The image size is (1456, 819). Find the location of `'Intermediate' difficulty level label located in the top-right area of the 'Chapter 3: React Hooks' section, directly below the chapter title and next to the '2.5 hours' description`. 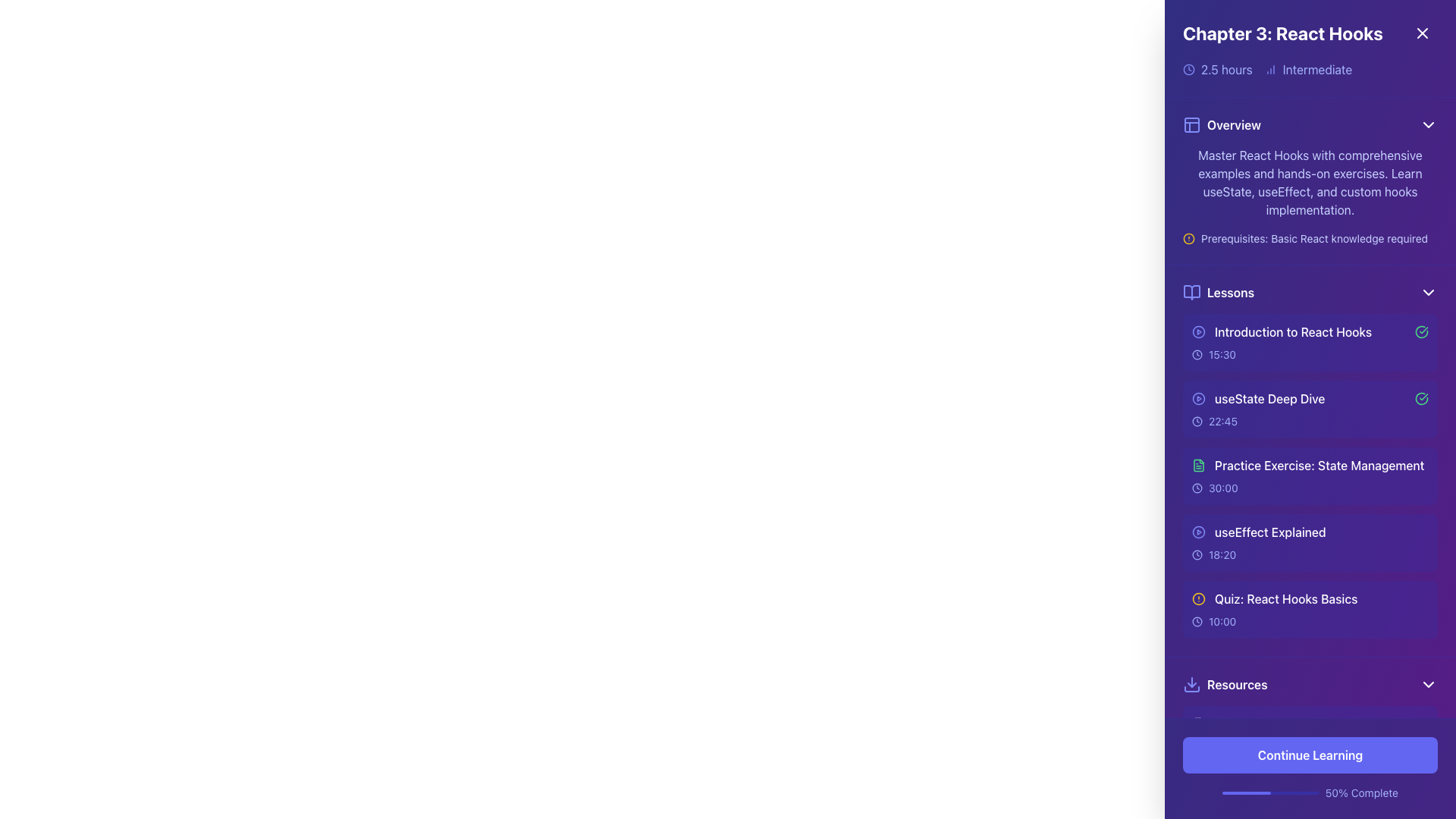

'Intermediate' difficulty level label located in the top-right area of the 'Chapter 3: React Hooks' section, directly below the chapter title and next to the '2.5 hours' description is located at coordinates (1307, 70).